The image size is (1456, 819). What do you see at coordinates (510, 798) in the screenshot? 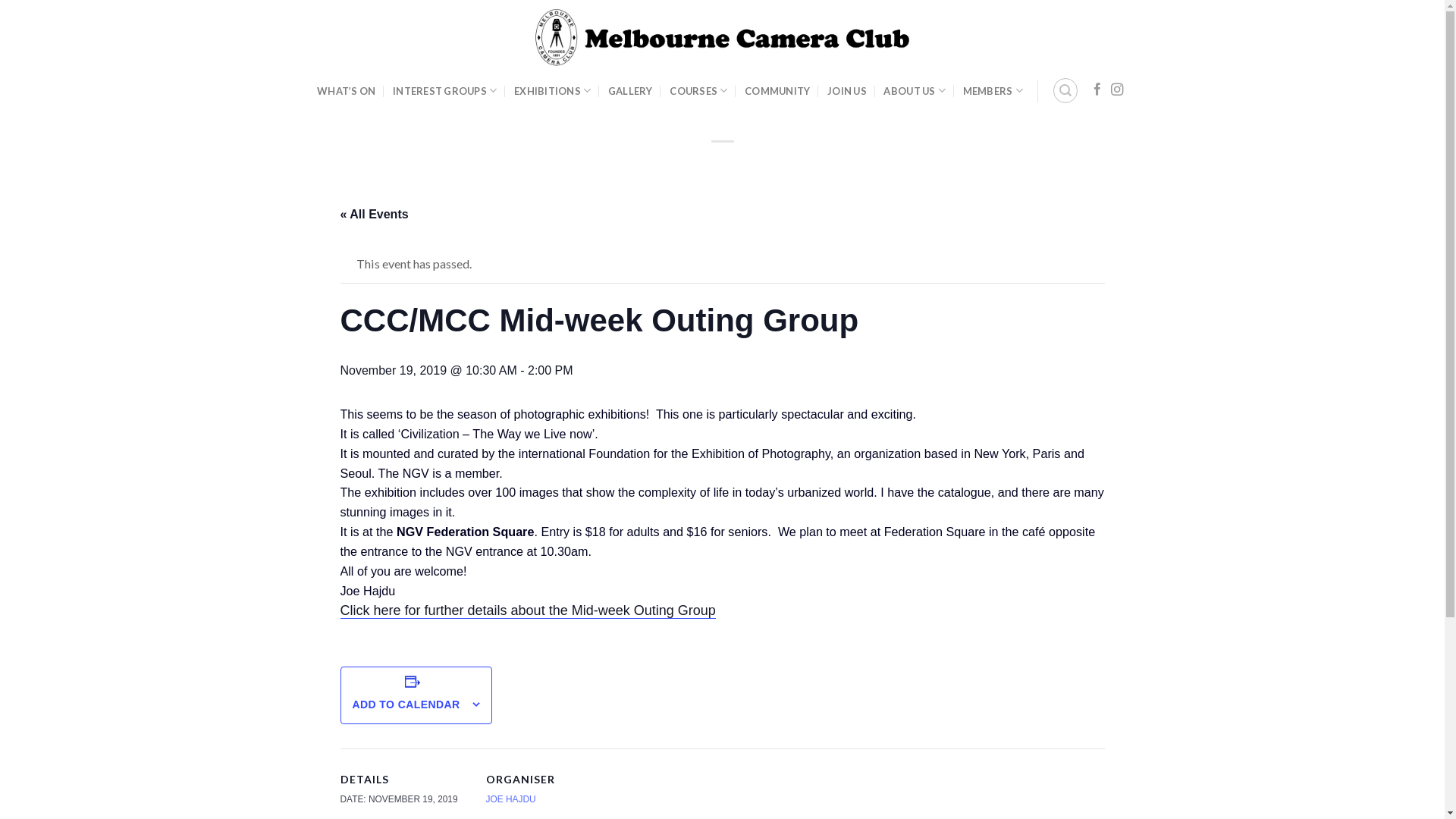
I see `'JOE HAJDU'` at bounding box center [510, 798].